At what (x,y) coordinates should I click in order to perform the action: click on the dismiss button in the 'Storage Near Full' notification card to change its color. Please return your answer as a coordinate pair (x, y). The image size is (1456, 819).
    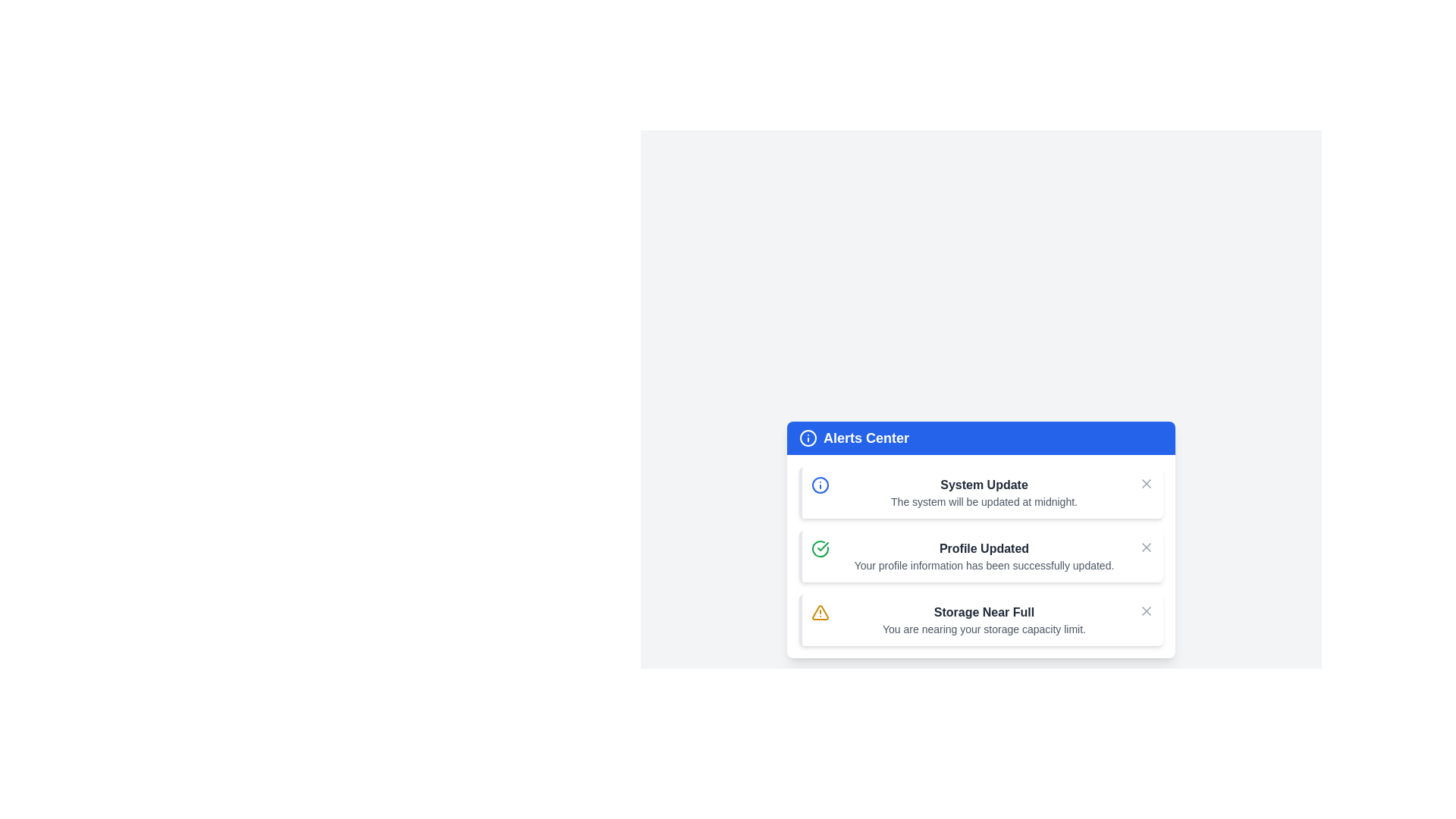
    Looking at the image, I should click on (1147, 610).